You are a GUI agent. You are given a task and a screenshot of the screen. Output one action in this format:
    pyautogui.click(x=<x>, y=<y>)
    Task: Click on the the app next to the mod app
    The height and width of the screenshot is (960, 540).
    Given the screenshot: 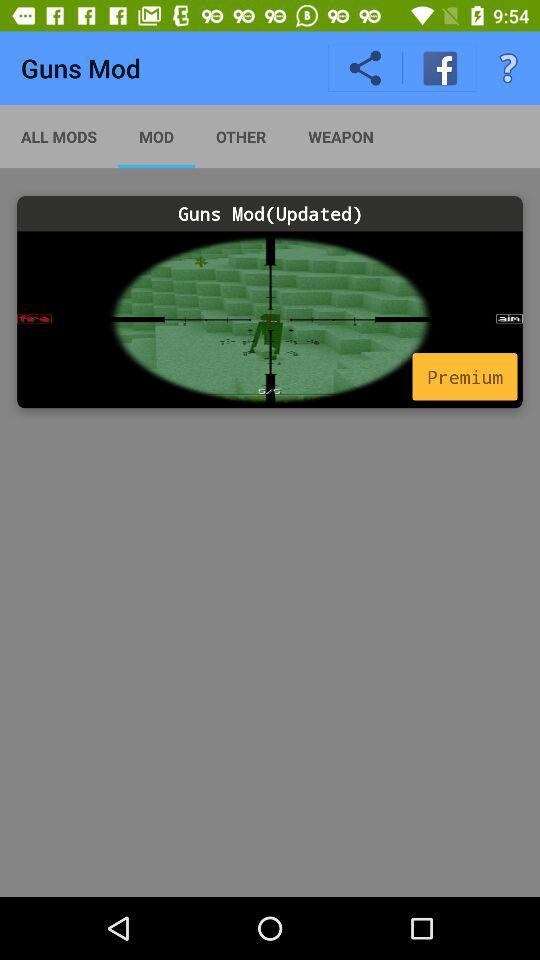 What is the action you would take?
    pyautogui.click(x=241, y=135)
    